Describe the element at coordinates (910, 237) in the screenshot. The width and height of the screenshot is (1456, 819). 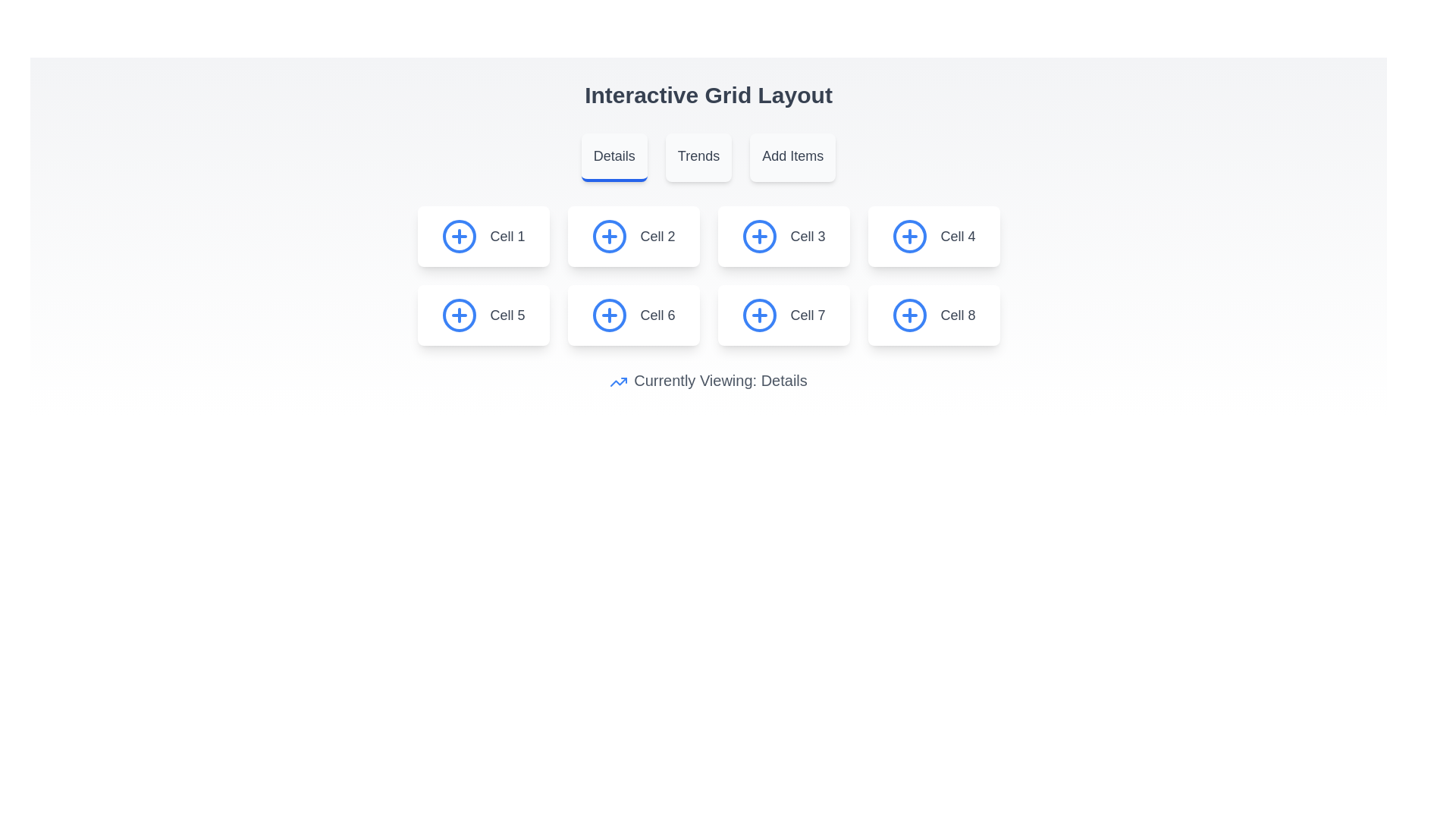
I see `the SVG graphic that serves as a visual indicator for adding or interacting with the content associated with 'Cell 4', located in the top-right quadrant of the grid layout` at that location.